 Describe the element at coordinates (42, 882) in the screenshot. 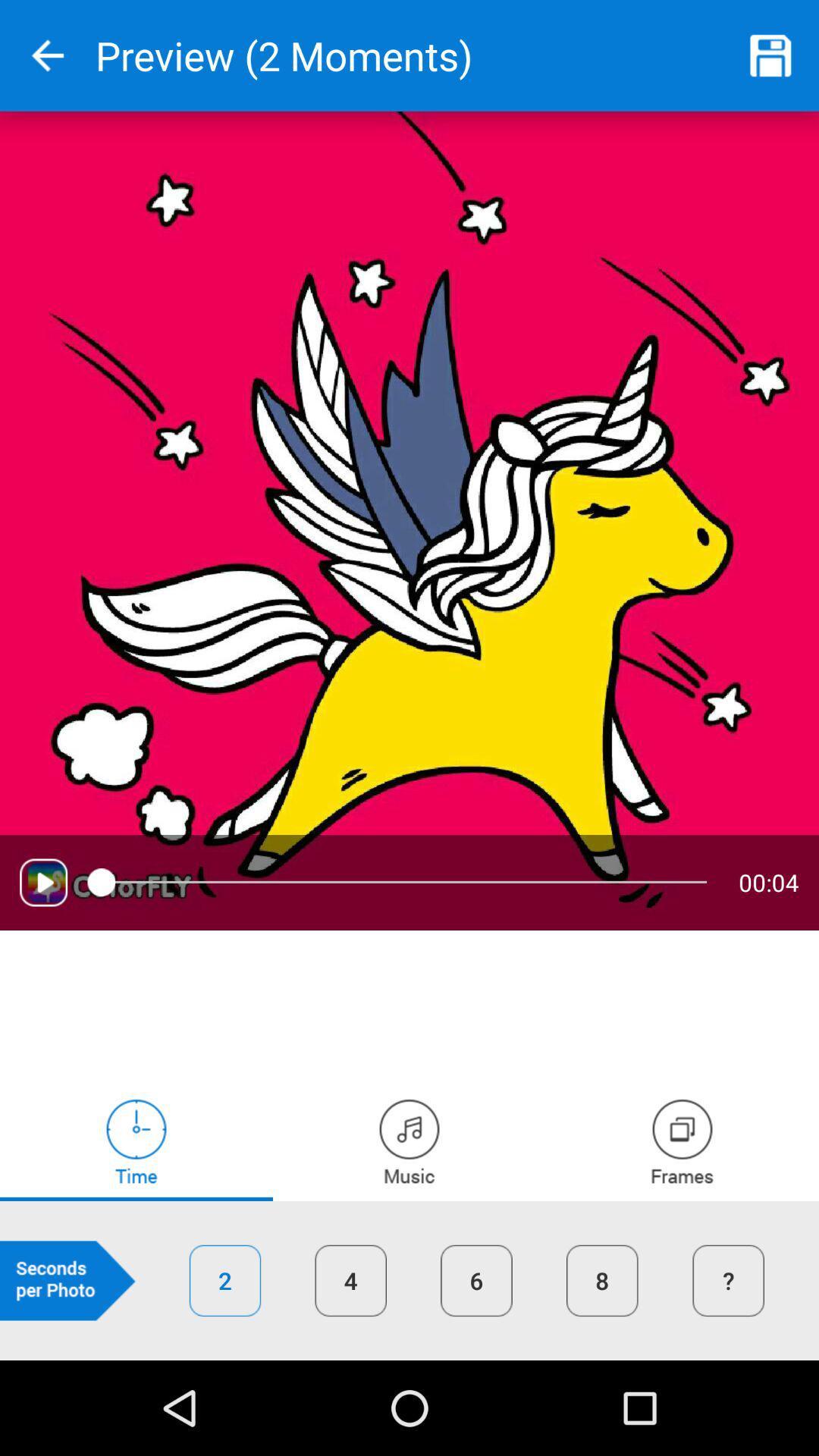

I see `play` at that location.